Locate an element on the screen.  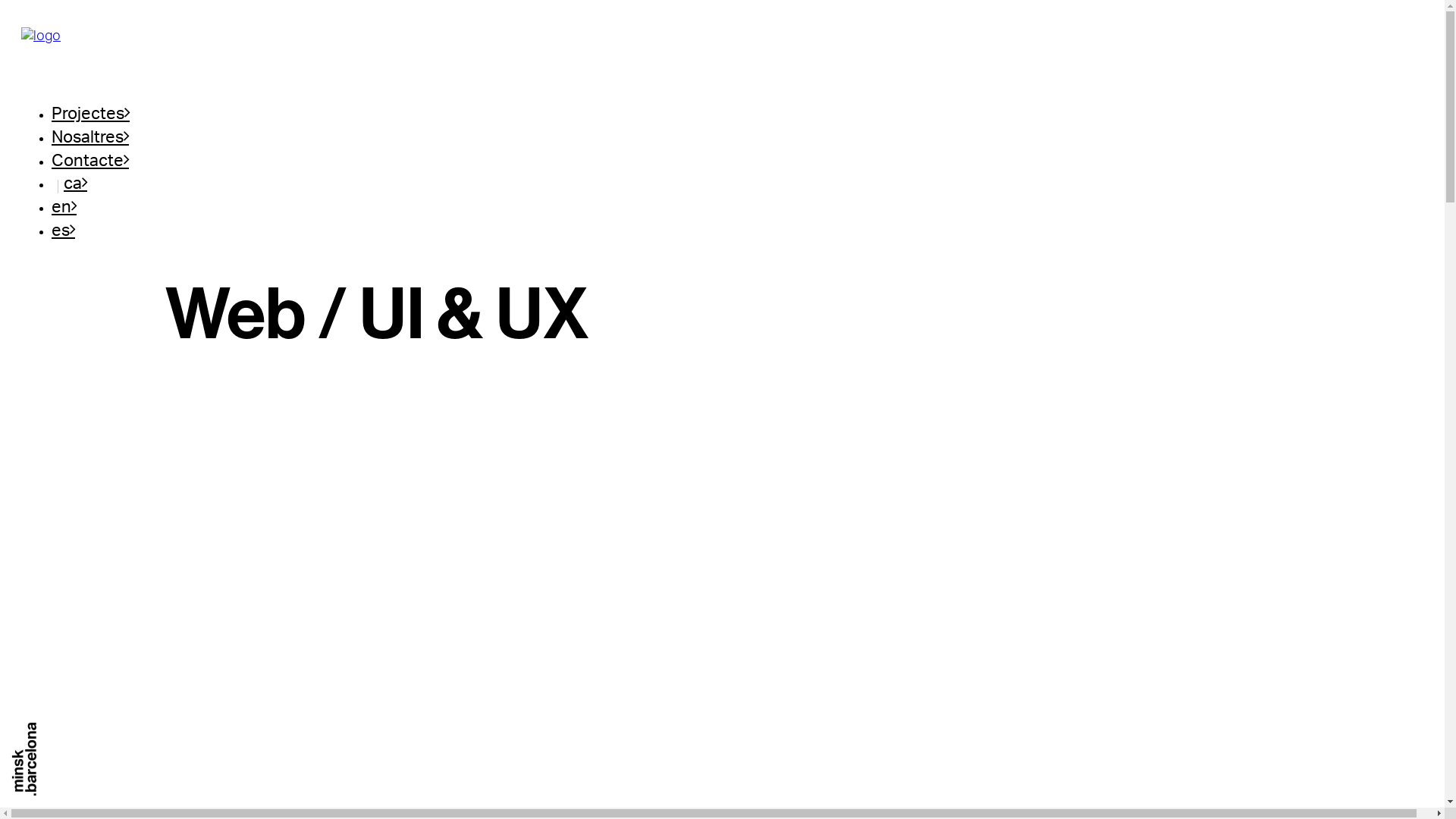
'Projectes' is located at coordinates (89, 113).